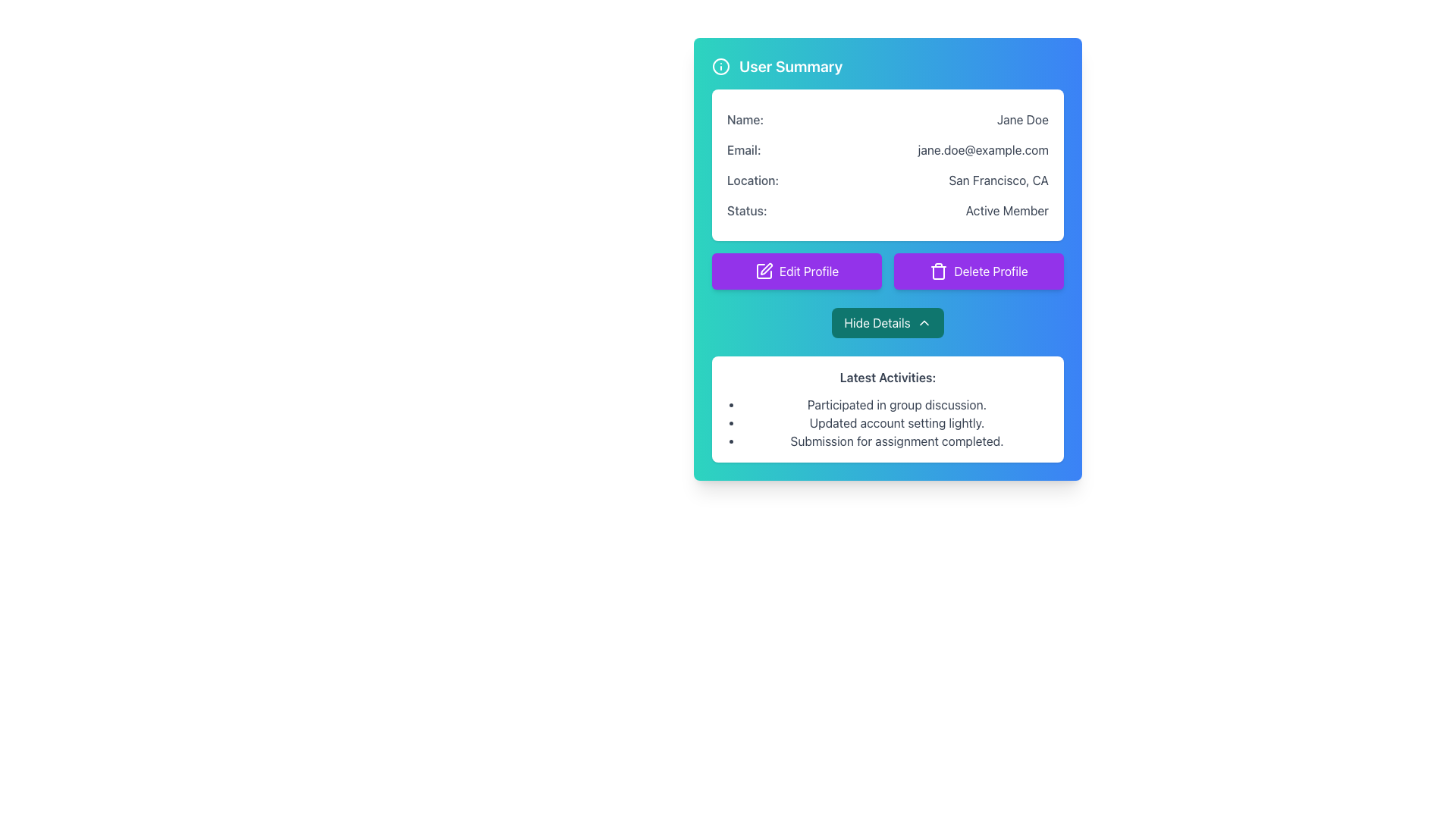 The height and width of the screenshot is (819, 1456). Describe the element at coordinates (720, 66) in the screenshot. I see `the icon located in the upper-left corner of the 'User Summary' card, which precedes the 'User Summary' text` at that location.